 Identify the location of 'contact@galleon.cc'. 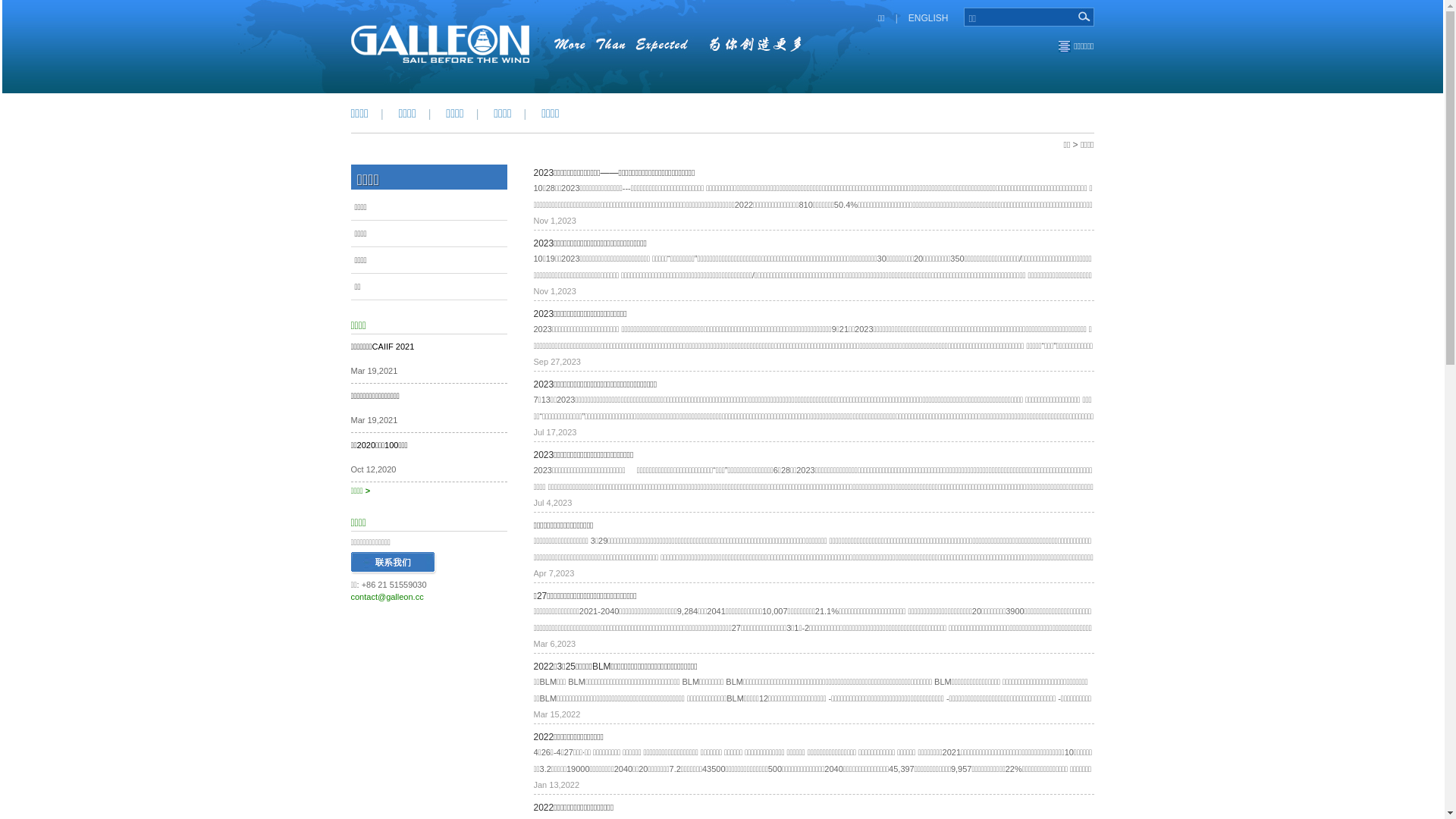
(349, 595).